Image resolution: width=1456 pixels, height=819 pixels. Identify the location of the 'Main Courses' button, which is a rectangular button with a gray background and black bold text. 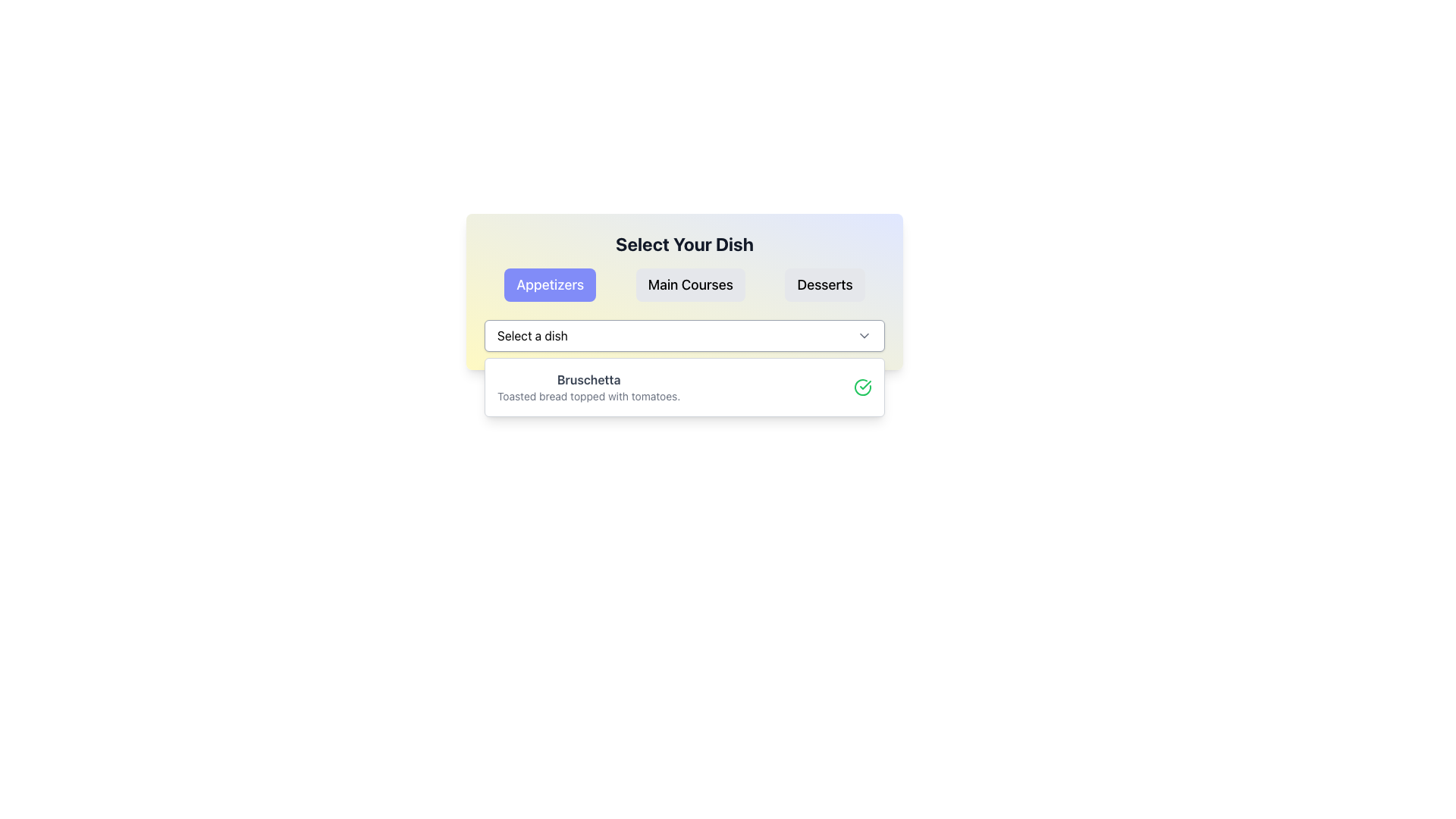
(689, 284).